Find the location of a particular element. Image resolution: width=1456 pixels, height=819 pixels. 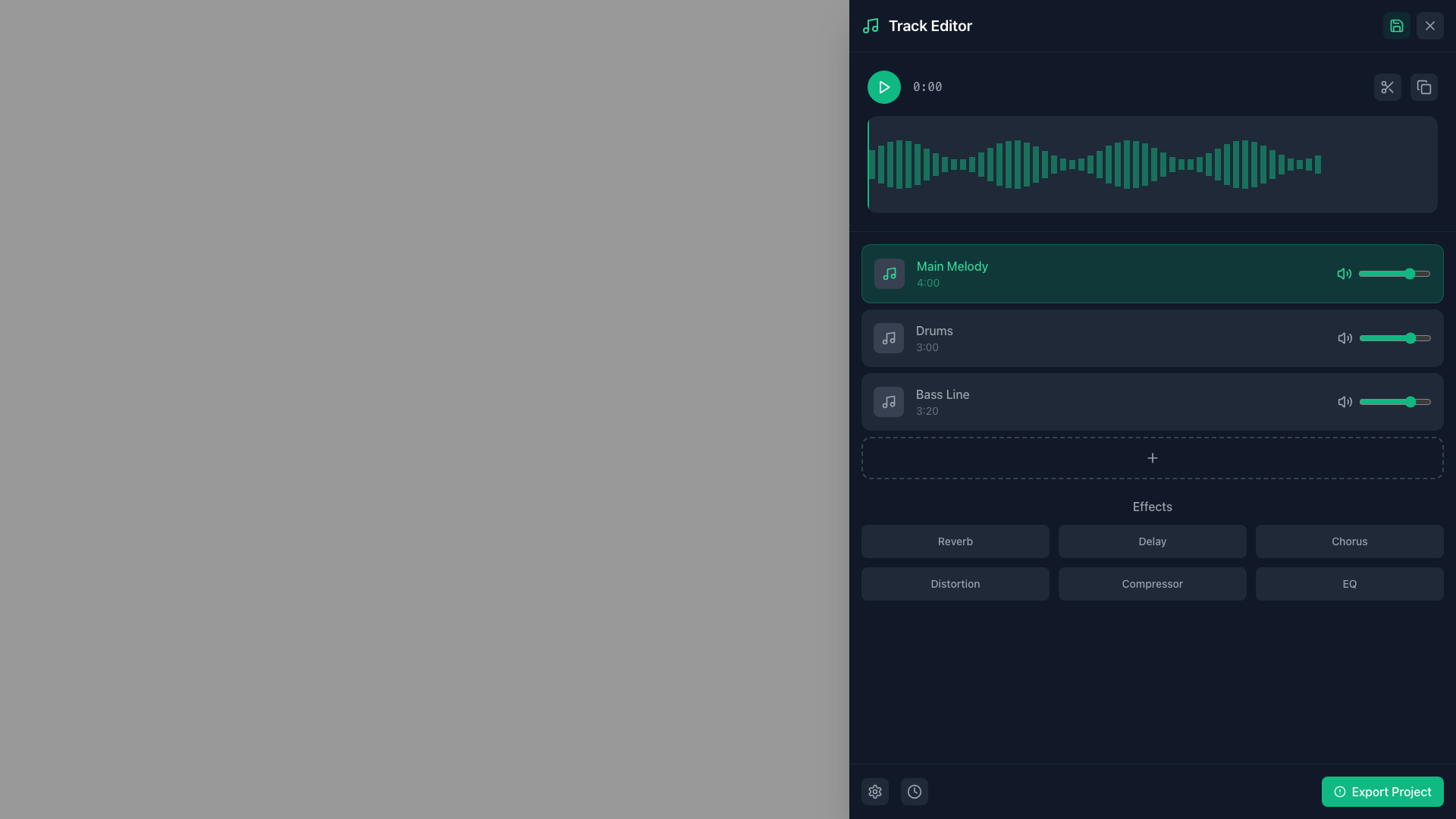

the 59th vertical rectangular muted emerald green waveform bar in the upper-right section of the waveform visualization in the track editor interface is located at coordinates (1308, 164).